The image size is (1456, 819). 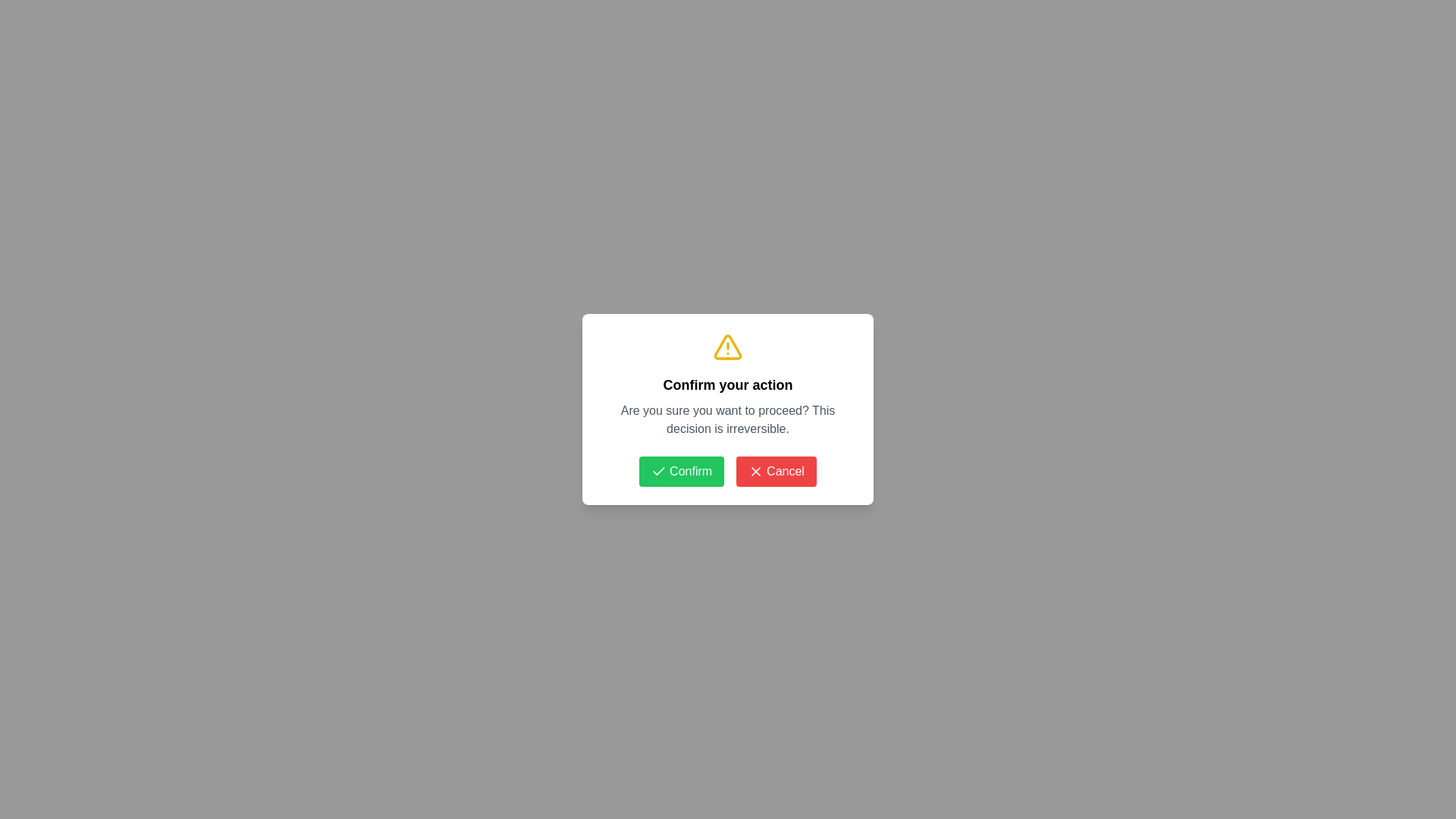 I want to click on the yellow triangular warning icon with an exclamation mark inside, which is centered above the main action text in the confirmation modal, so click(x=728, y=347).